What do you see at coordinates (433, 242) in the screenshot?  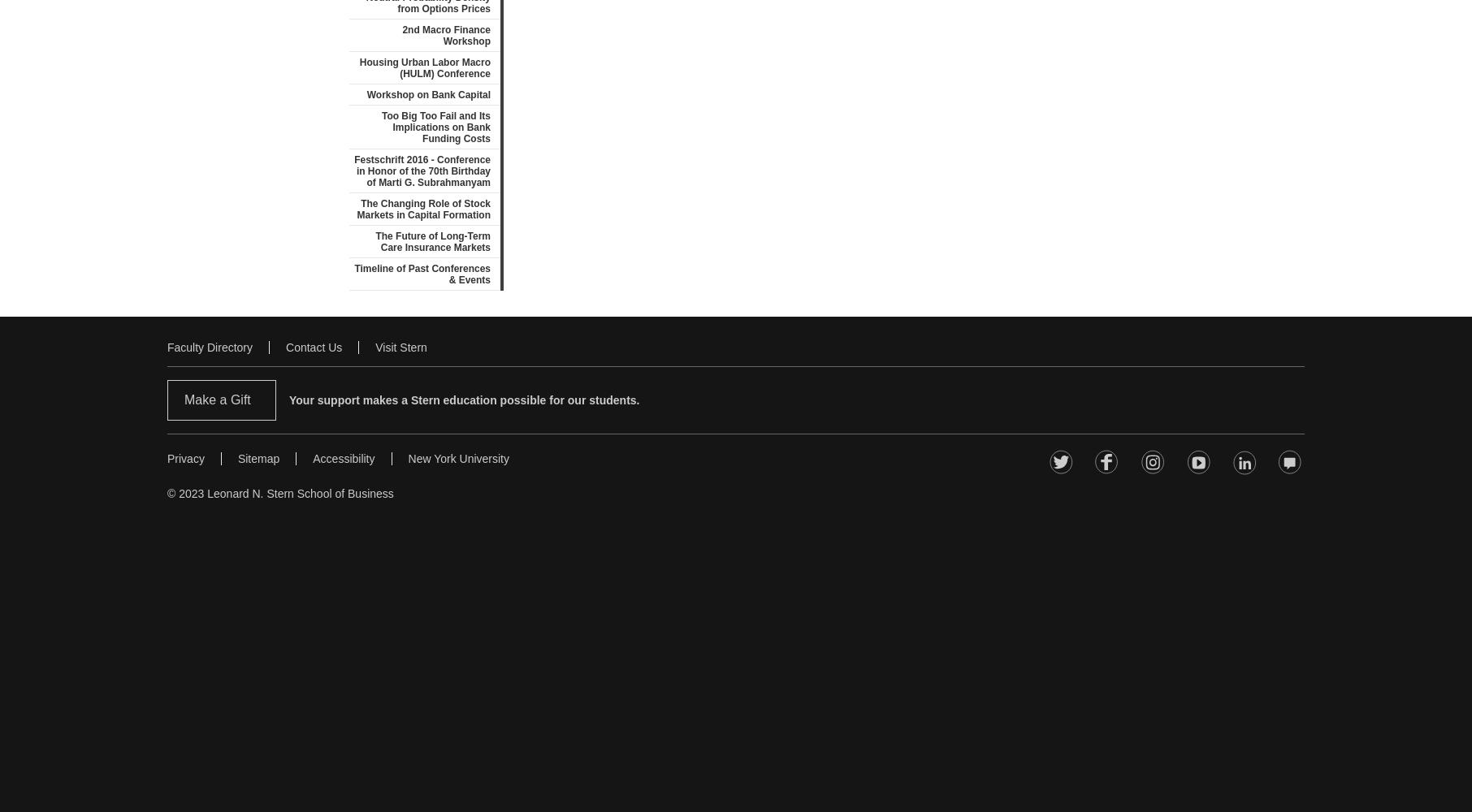 I see `'The Future of Long-Term Care Insurance Markets'` at bounding box center [433, 242].